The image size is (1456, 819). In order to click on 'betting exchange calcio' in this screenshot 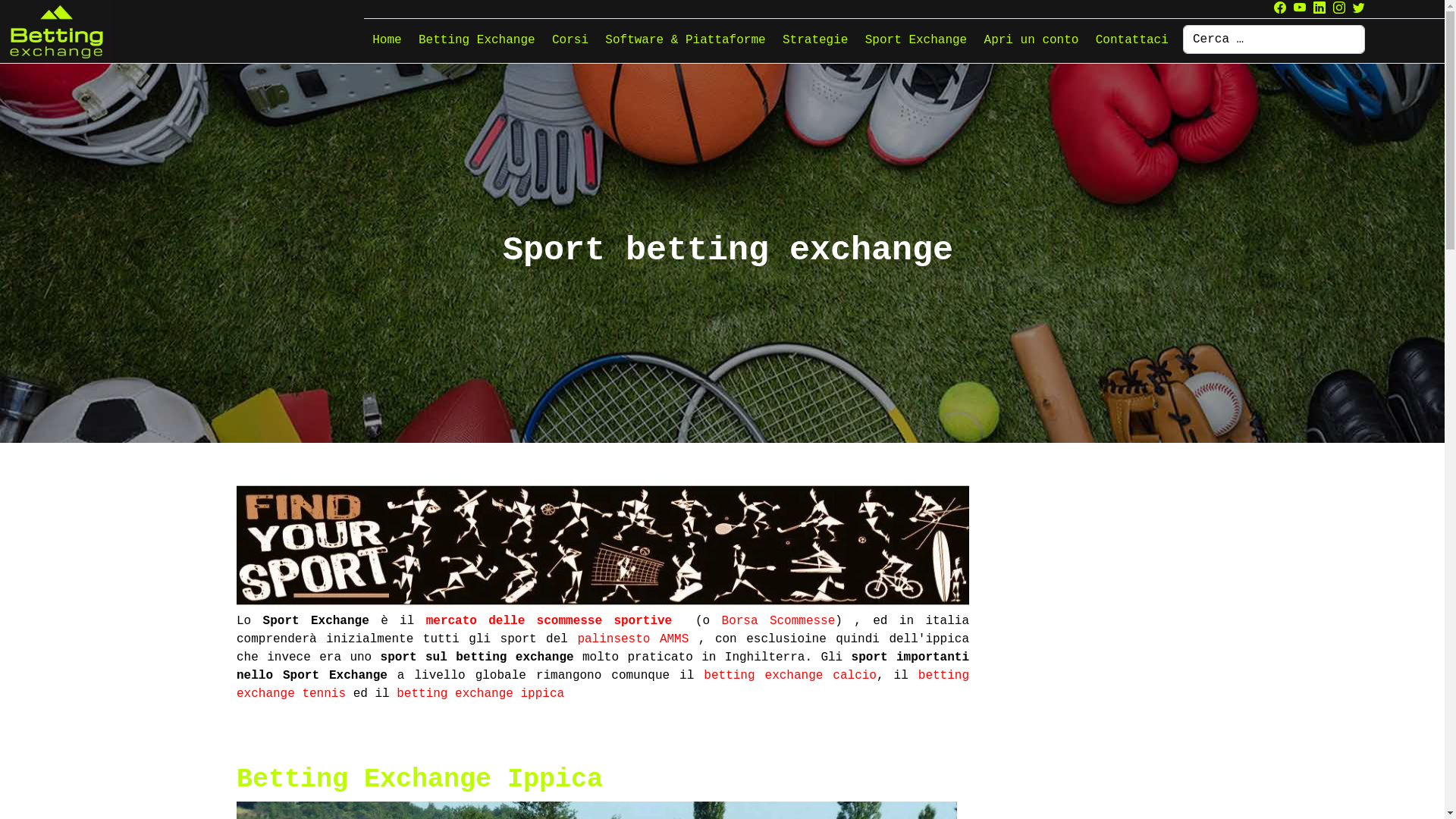, I will do `click(789, 675)`.